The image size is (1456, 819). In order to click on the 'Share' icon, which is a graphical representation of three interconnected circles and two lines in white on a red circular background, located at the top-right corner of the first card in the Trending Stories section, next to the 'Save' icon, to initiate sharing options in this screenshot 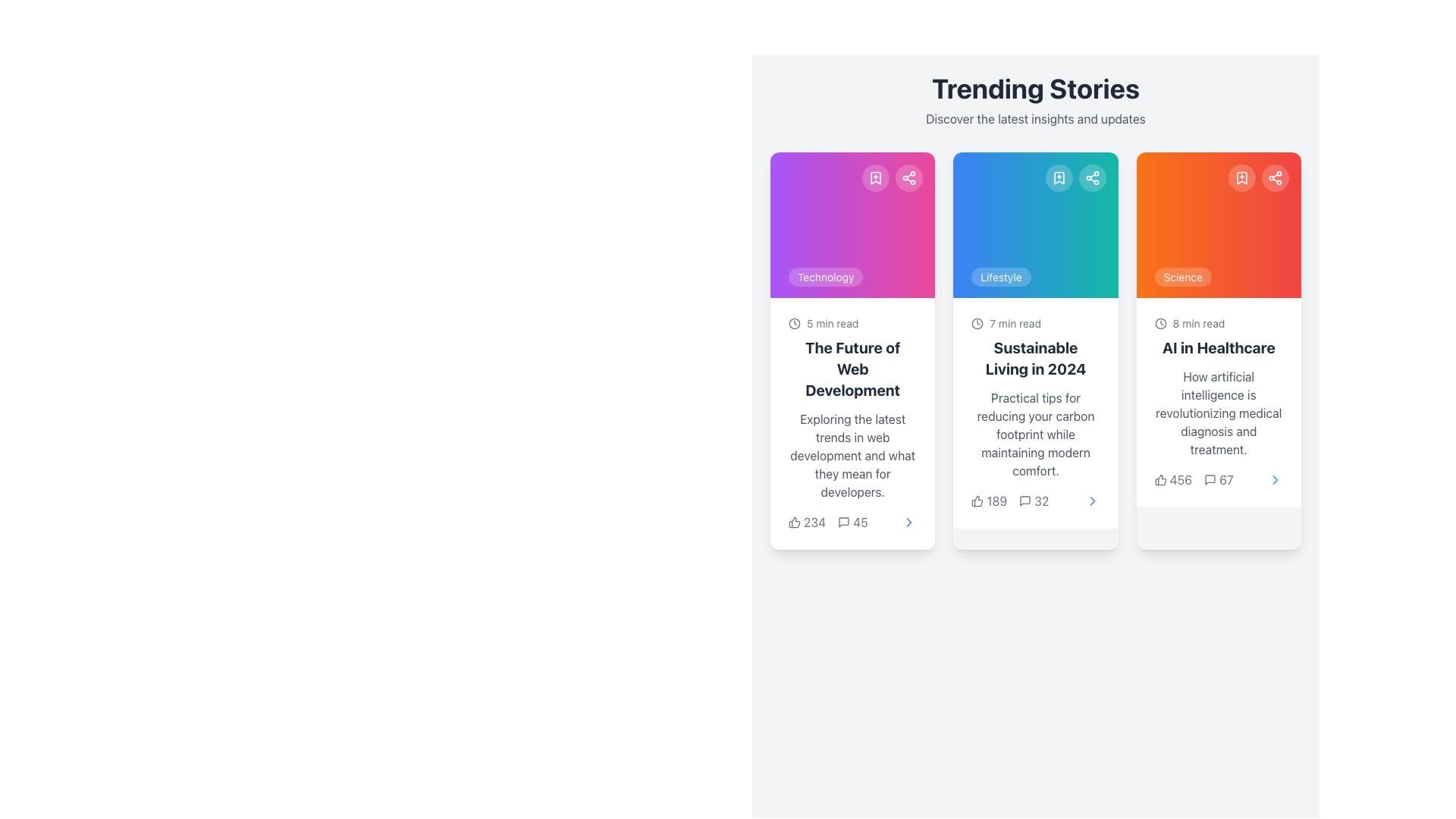, I will do `click(1274, 177)`.